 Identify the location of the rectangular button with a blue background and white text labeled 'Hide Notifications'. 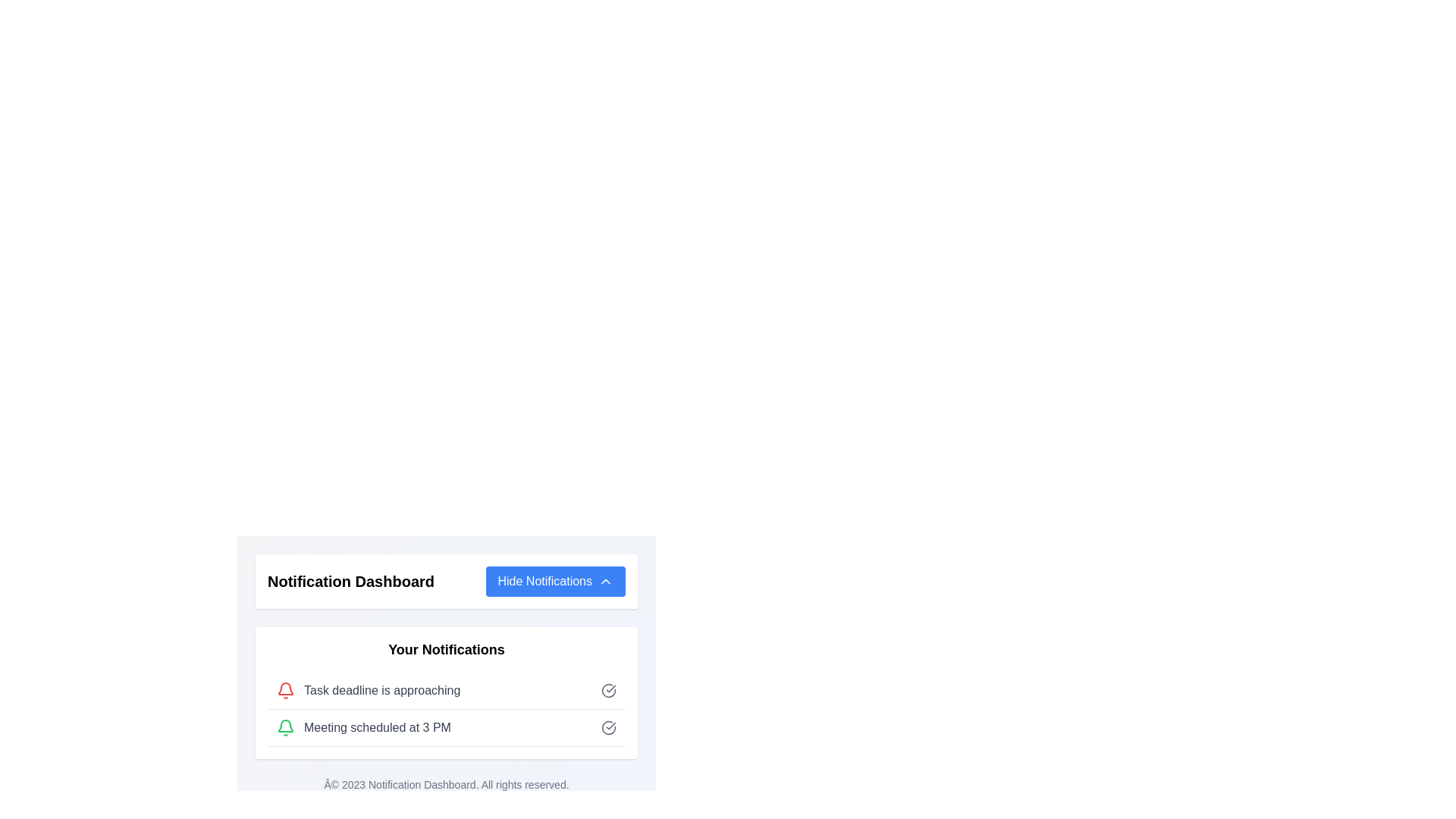
(554, 581).